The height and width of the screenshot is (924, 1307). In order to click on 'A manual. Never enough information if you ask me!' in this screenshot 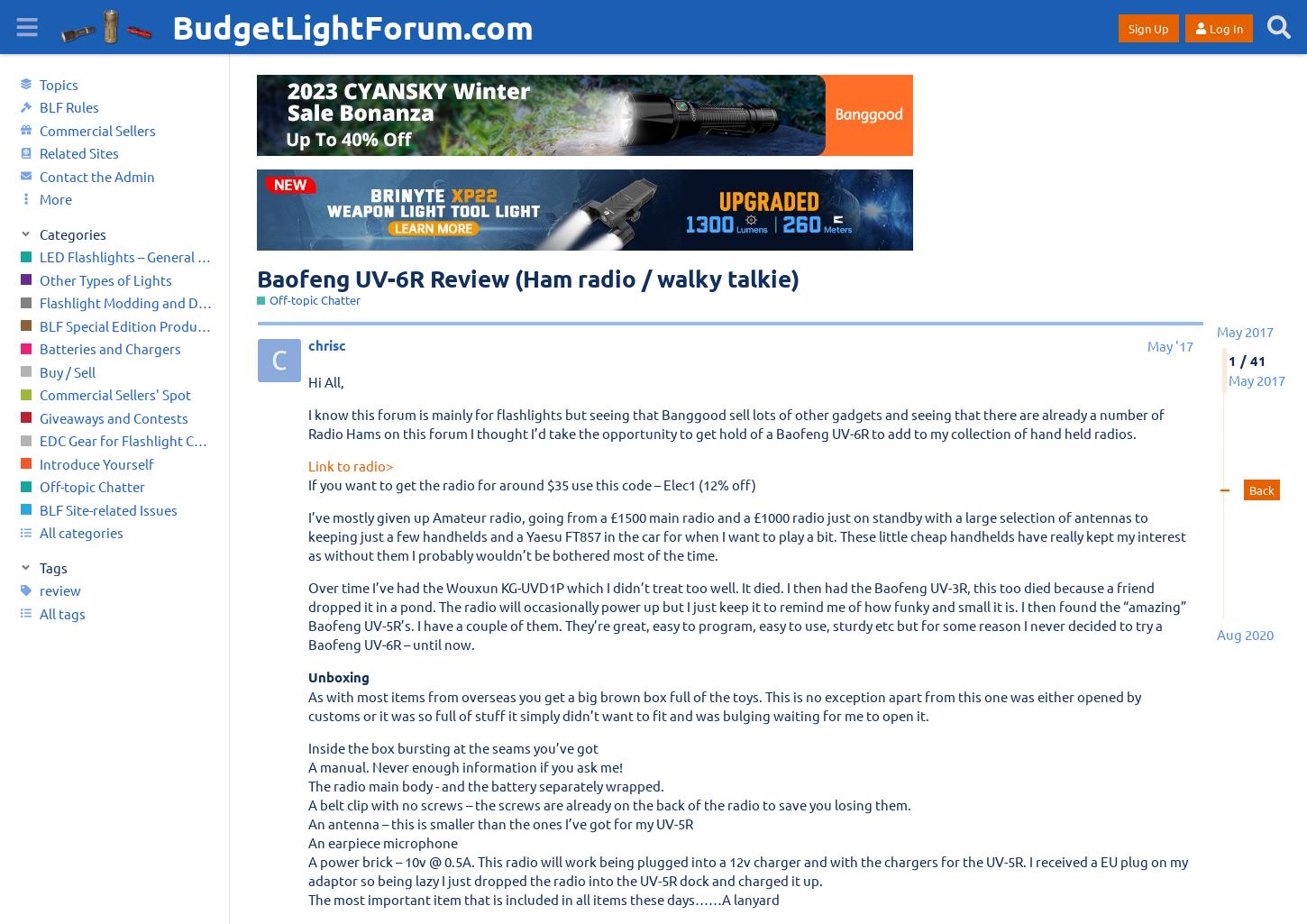, I will do `click(465, 766)`.